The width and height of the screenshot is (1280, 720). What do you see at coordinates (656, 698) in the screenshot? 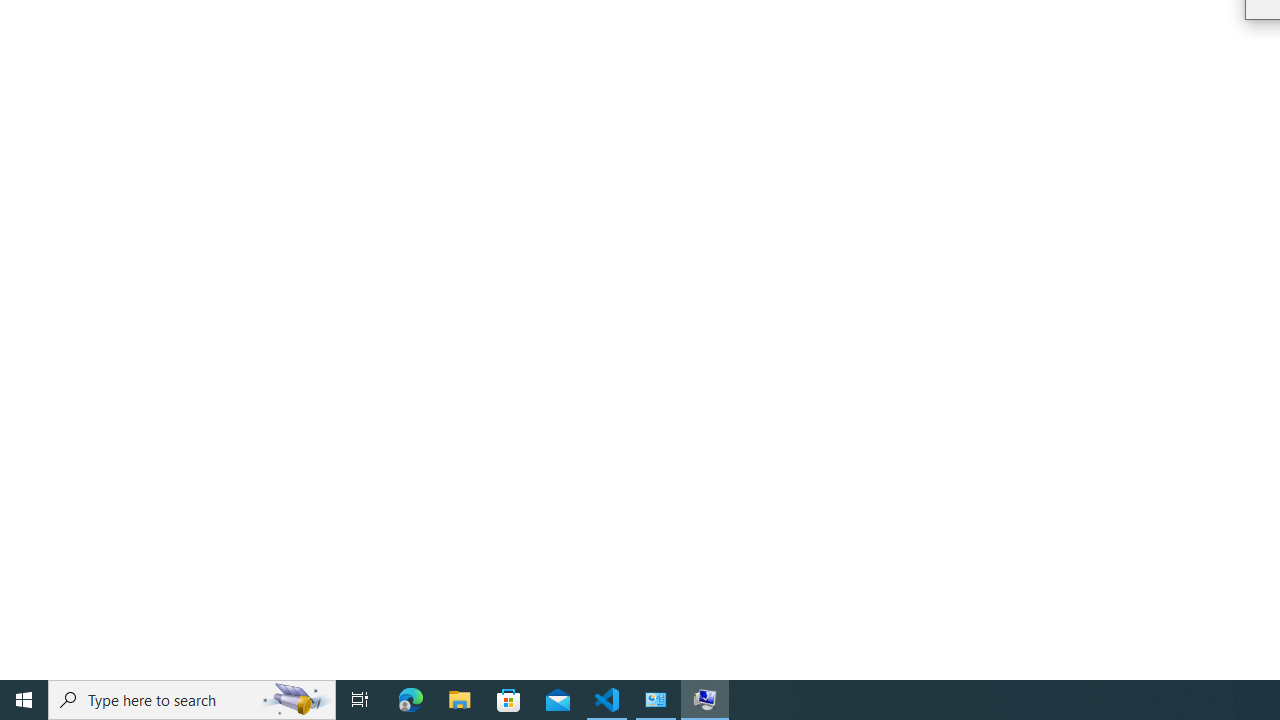
I see `'Control Panel - 1 running window'` at bounding box center [656, 698].